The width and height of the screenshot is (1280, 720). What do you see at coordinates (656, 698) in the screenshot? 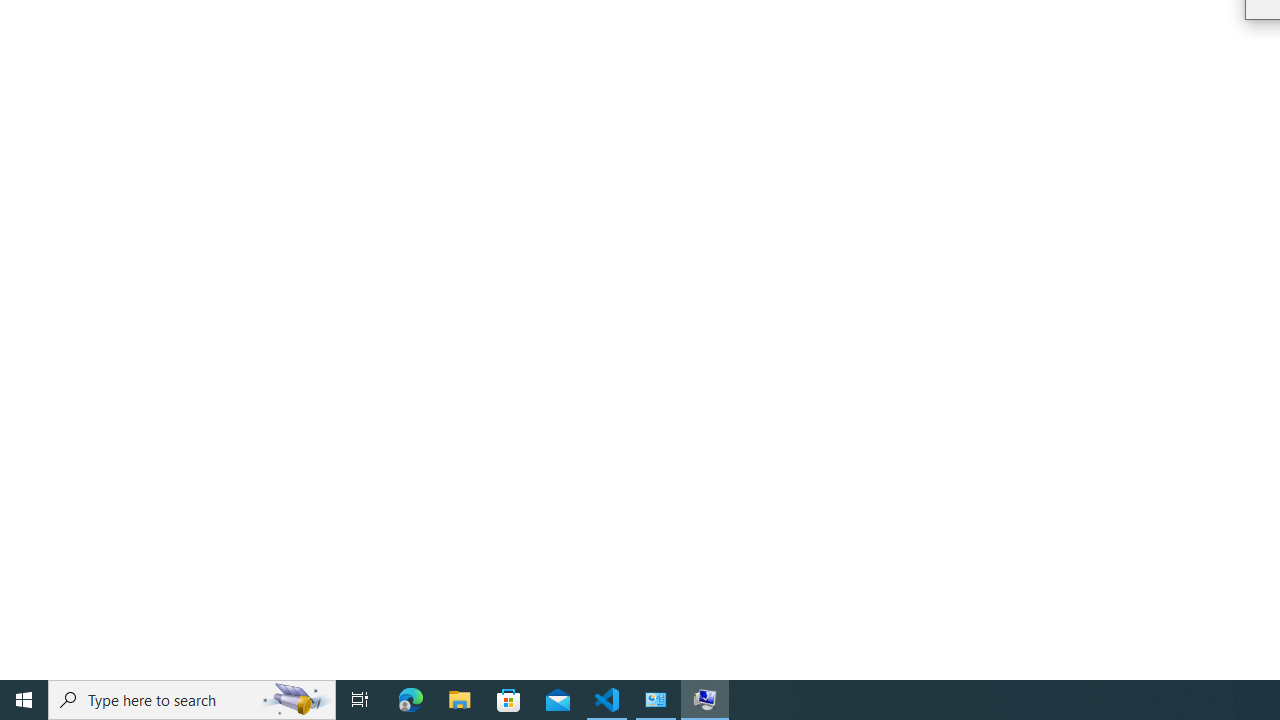
I see `'Control Panel - 1 running window'` at bounding box center [656, 698].